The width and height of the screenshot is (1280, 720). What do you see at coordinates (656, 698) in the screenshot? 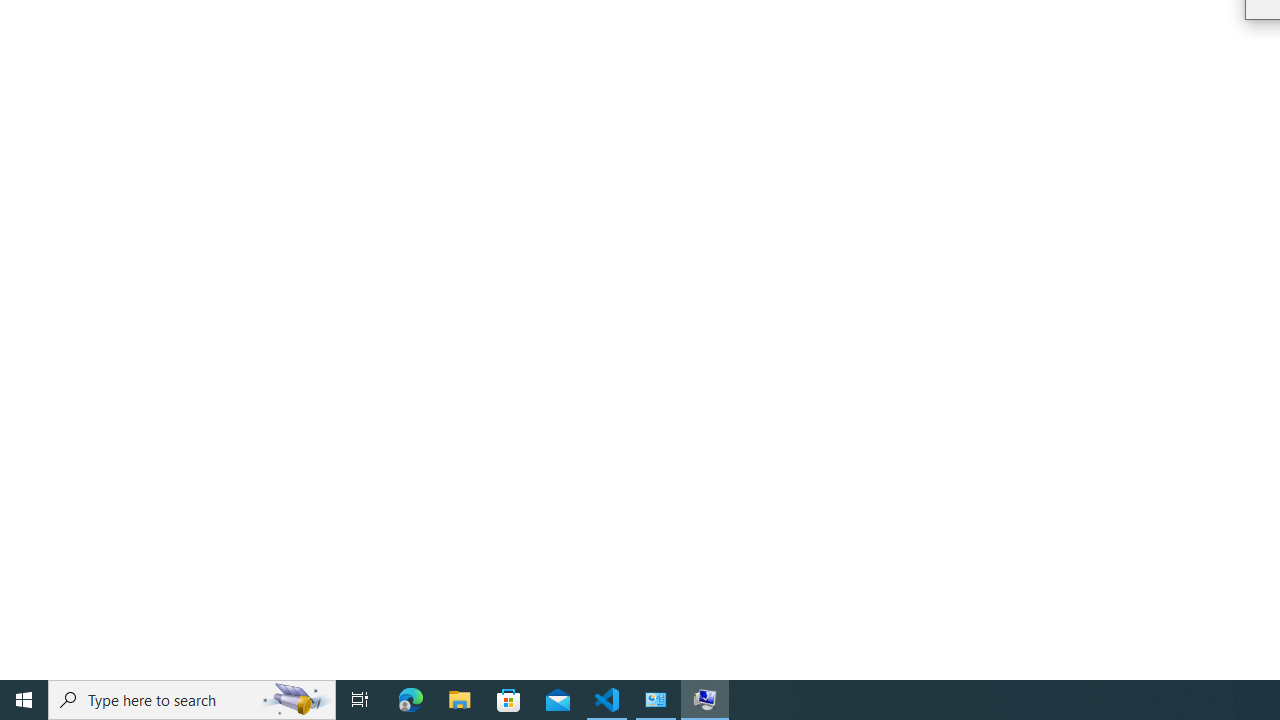
I see `'Control Panel - 1 running window'` at bounding box center [656, 698].